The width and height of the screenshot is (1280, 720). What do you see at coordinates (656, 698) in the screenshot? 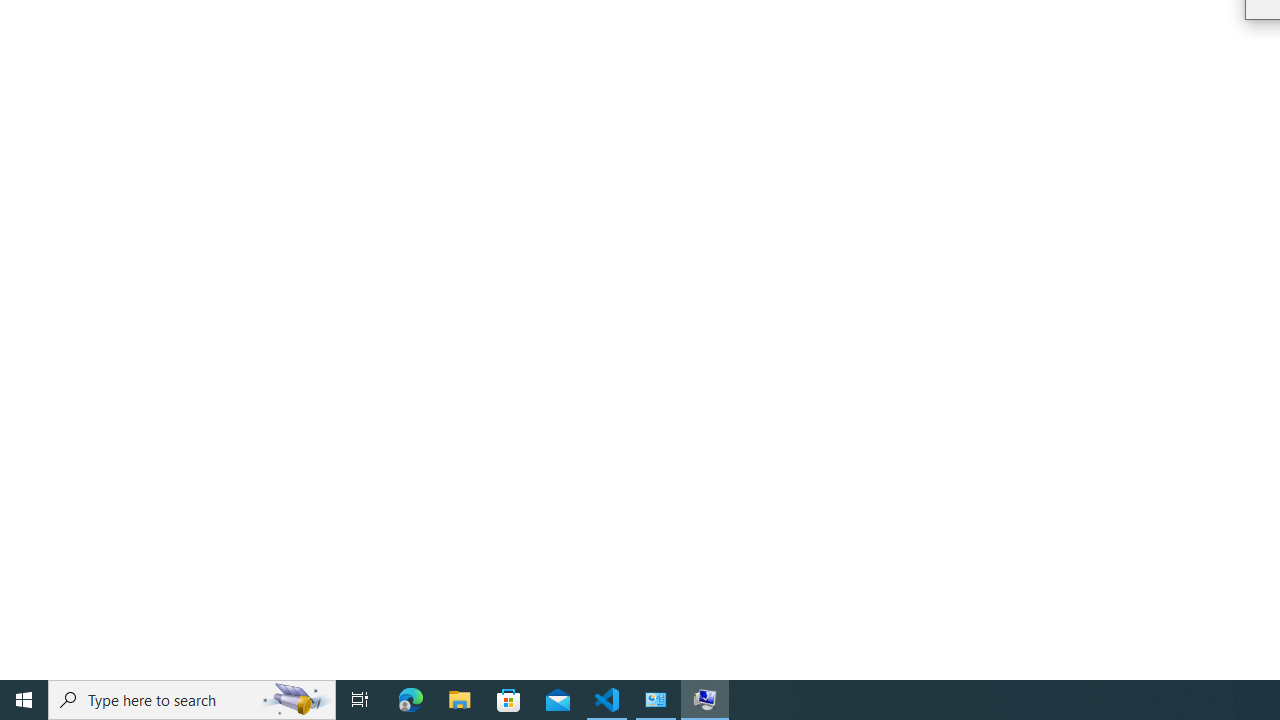
I see `'Control Panel - 1 running window'` at bounding box center [656, 698].